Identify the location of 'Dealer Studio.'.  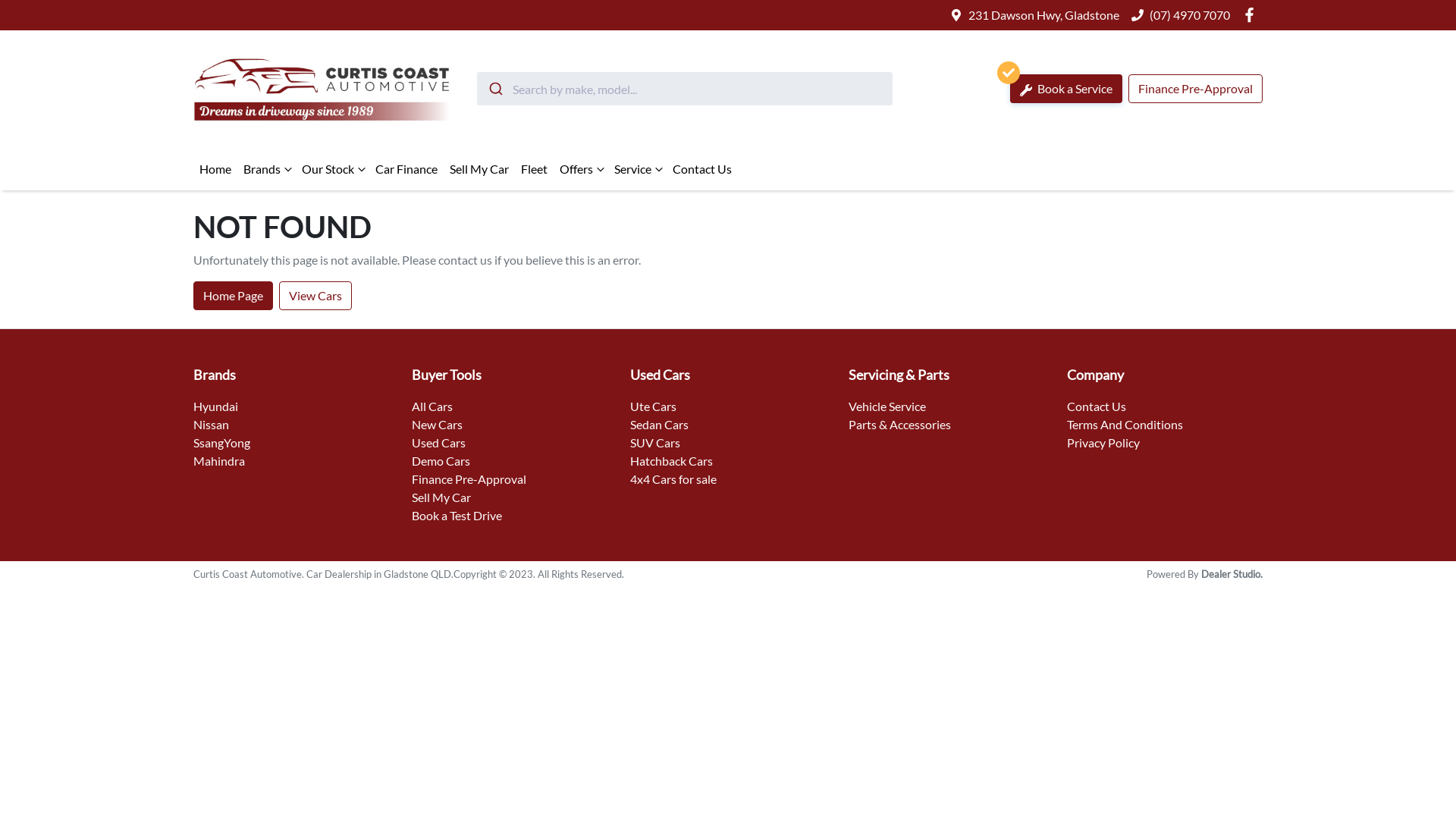
(1232, 573).